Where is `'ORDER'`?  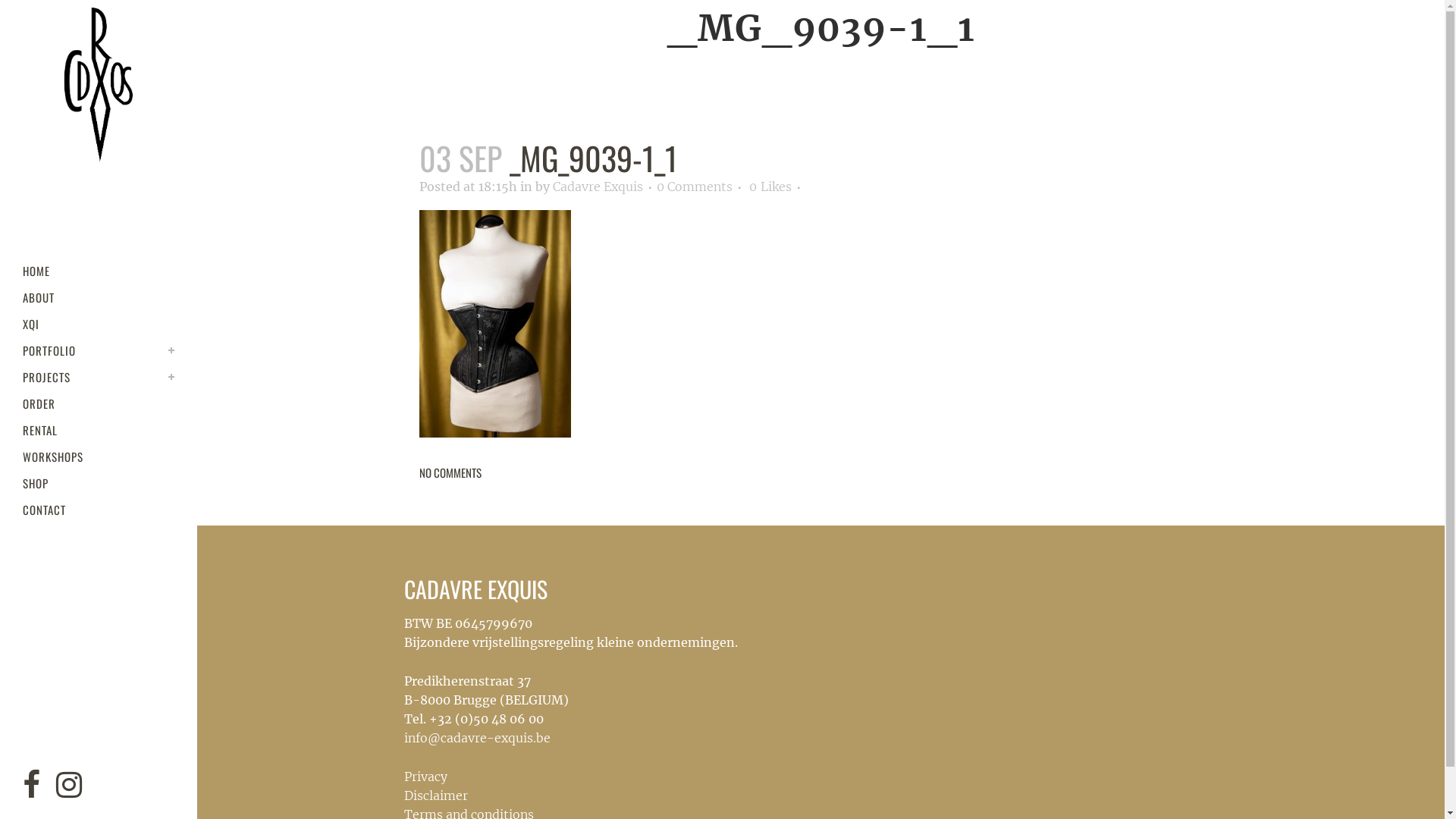
'ORDER' is located at coordinates (97, 403).